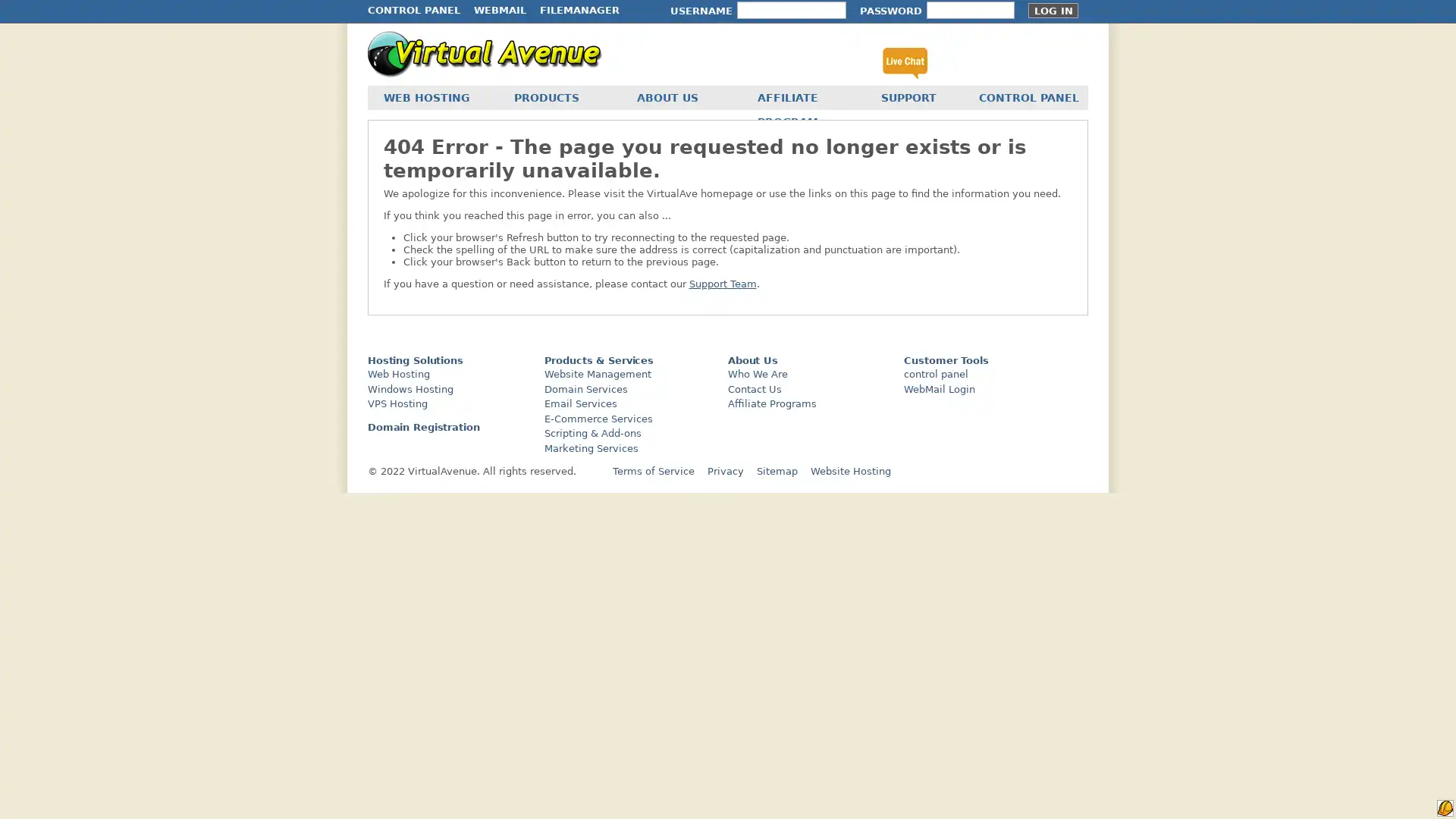  I want to click on Cookies Settings, so click(154, 760).